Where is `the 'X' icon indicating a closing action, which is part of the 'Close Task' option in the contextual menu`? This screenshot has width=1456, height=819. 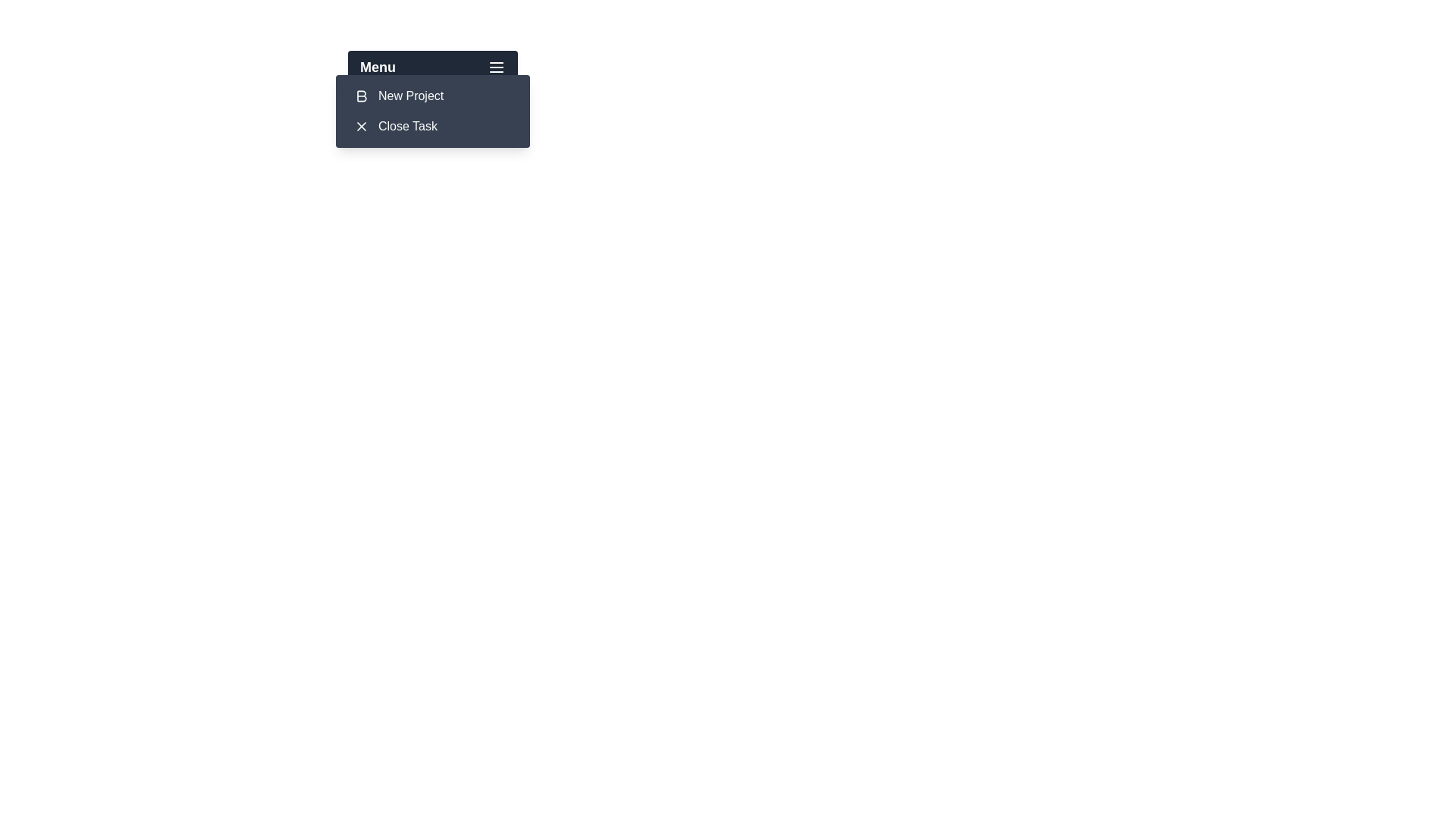 the 'X' icon indicating a closing action, which is part of the 'Close Task' option in the contextual menu is located at coordinates (360, 125).